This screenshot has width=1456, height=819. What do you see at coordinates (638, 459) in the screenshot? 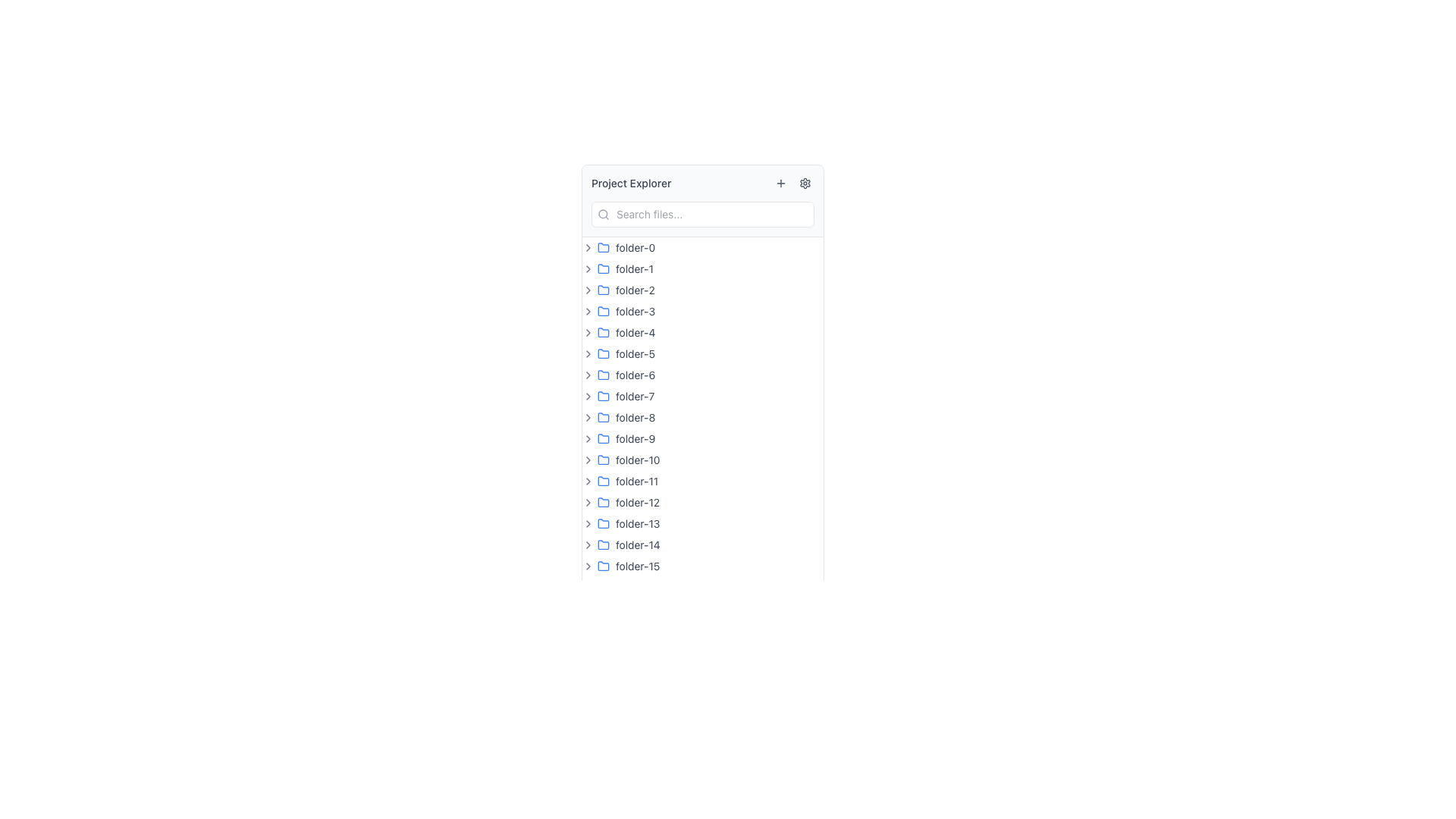
I see `the static text label representing the folder name, which is the eleventh entry in the project explorer interface, positioned between 'folder-9' and 'folder-11'` at bounding box center [638, 459].